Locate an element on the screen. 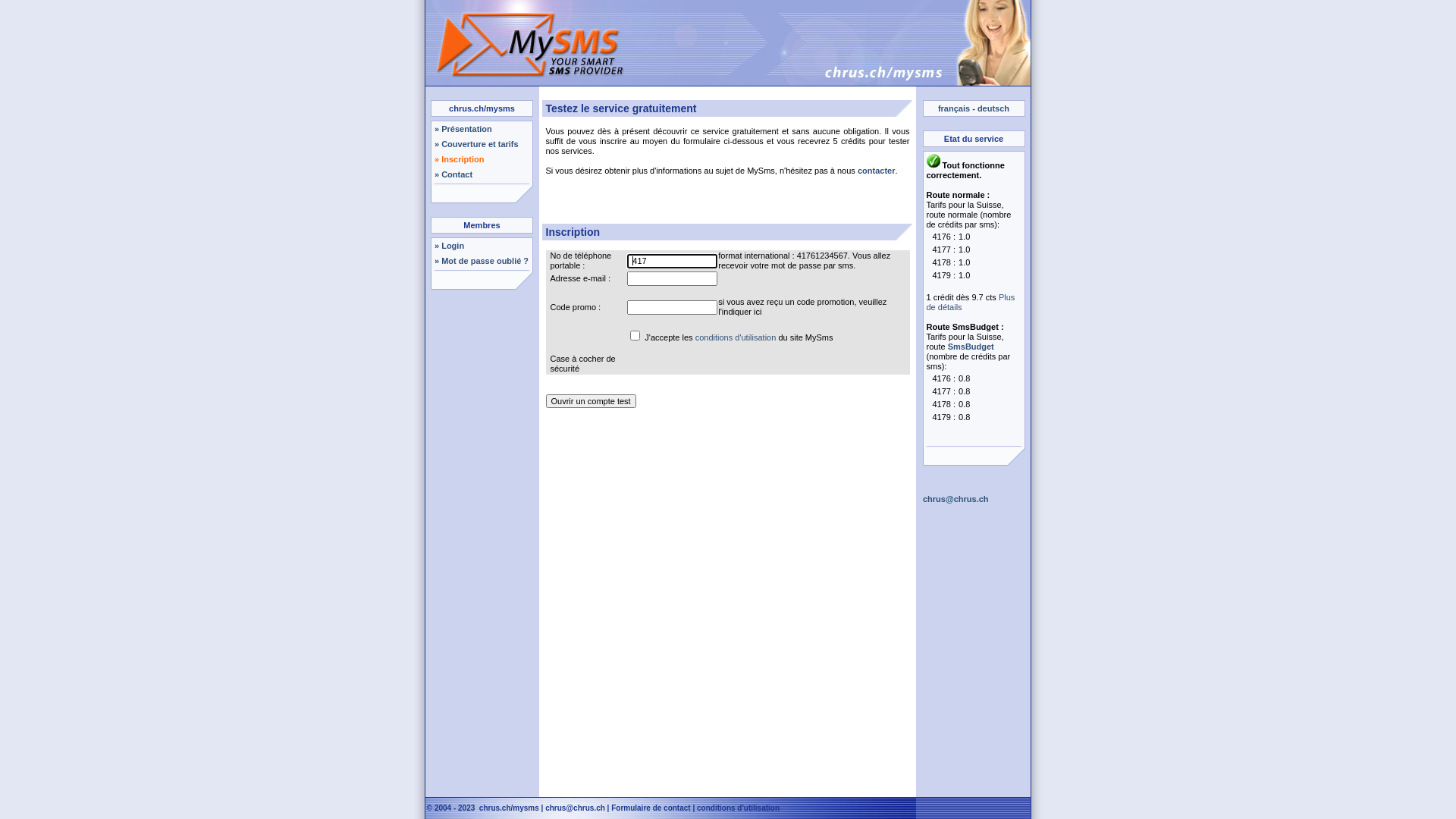 This screenshot has width=1456, height=819. 'Ouvrir un compte test' is located at coordinates (590, 400).